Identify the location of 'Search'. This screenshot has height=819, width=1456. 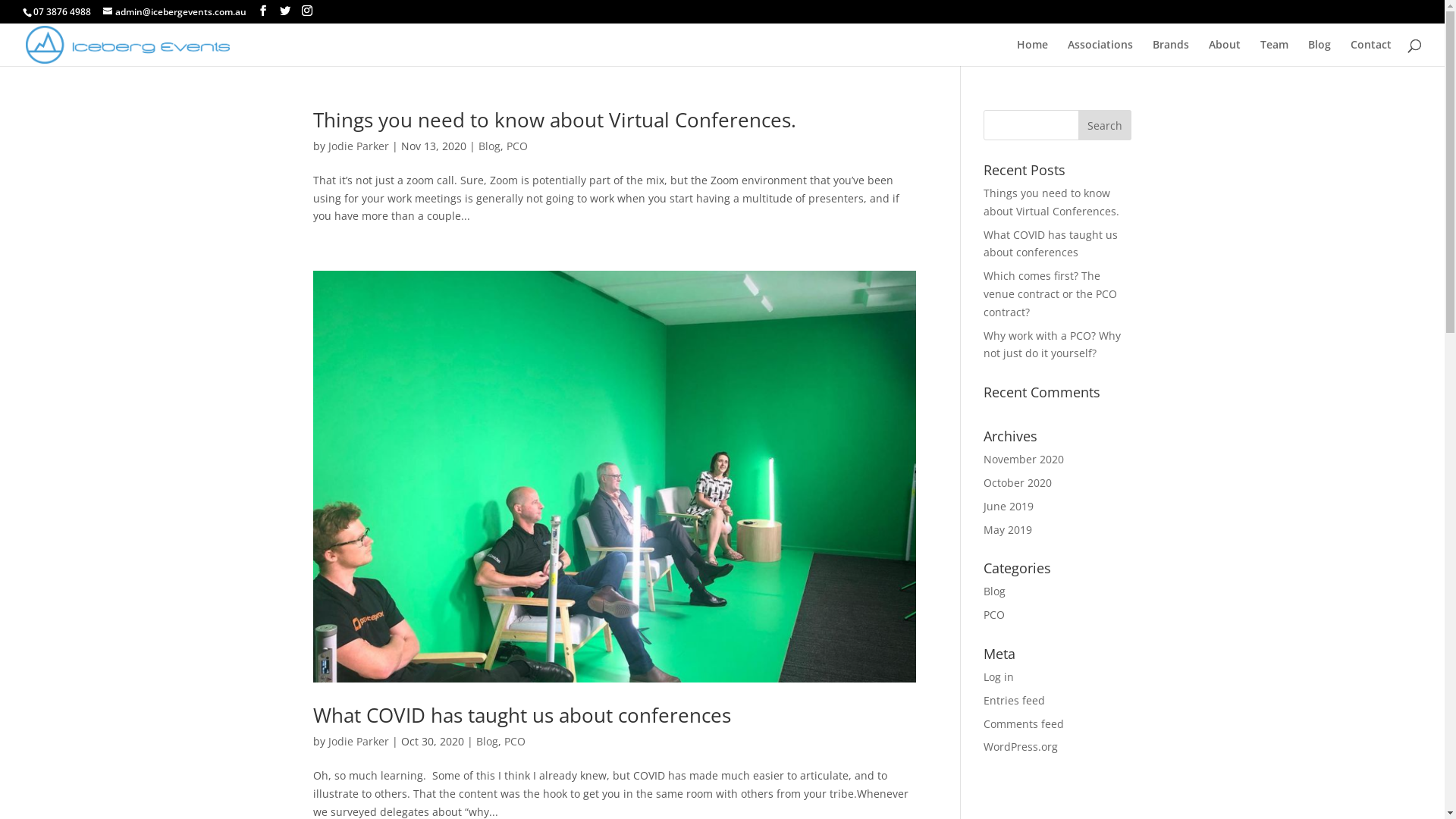
(1105, 124).